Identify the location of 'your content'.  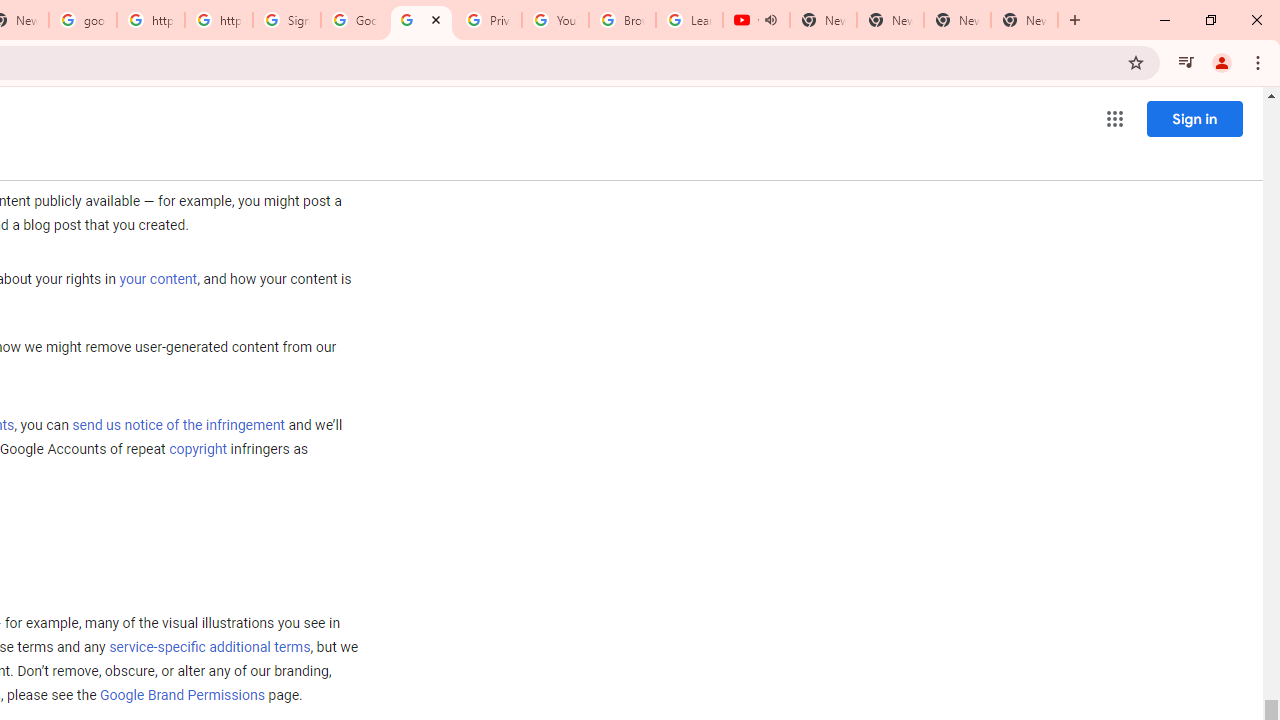
(157, 279).